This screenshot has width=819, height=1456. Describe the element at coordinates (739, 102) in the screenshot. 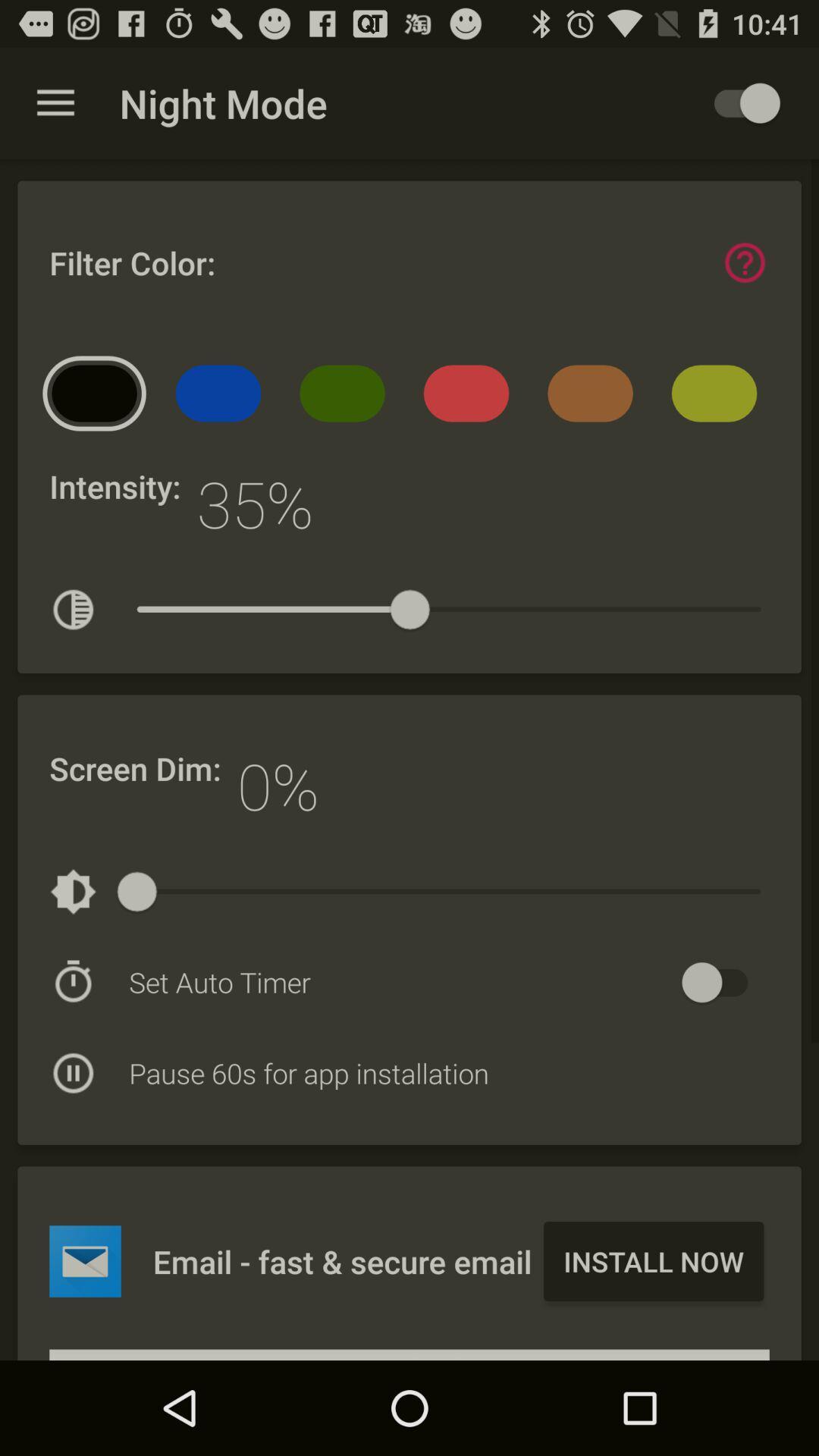

I see `activate night mode` at that location.